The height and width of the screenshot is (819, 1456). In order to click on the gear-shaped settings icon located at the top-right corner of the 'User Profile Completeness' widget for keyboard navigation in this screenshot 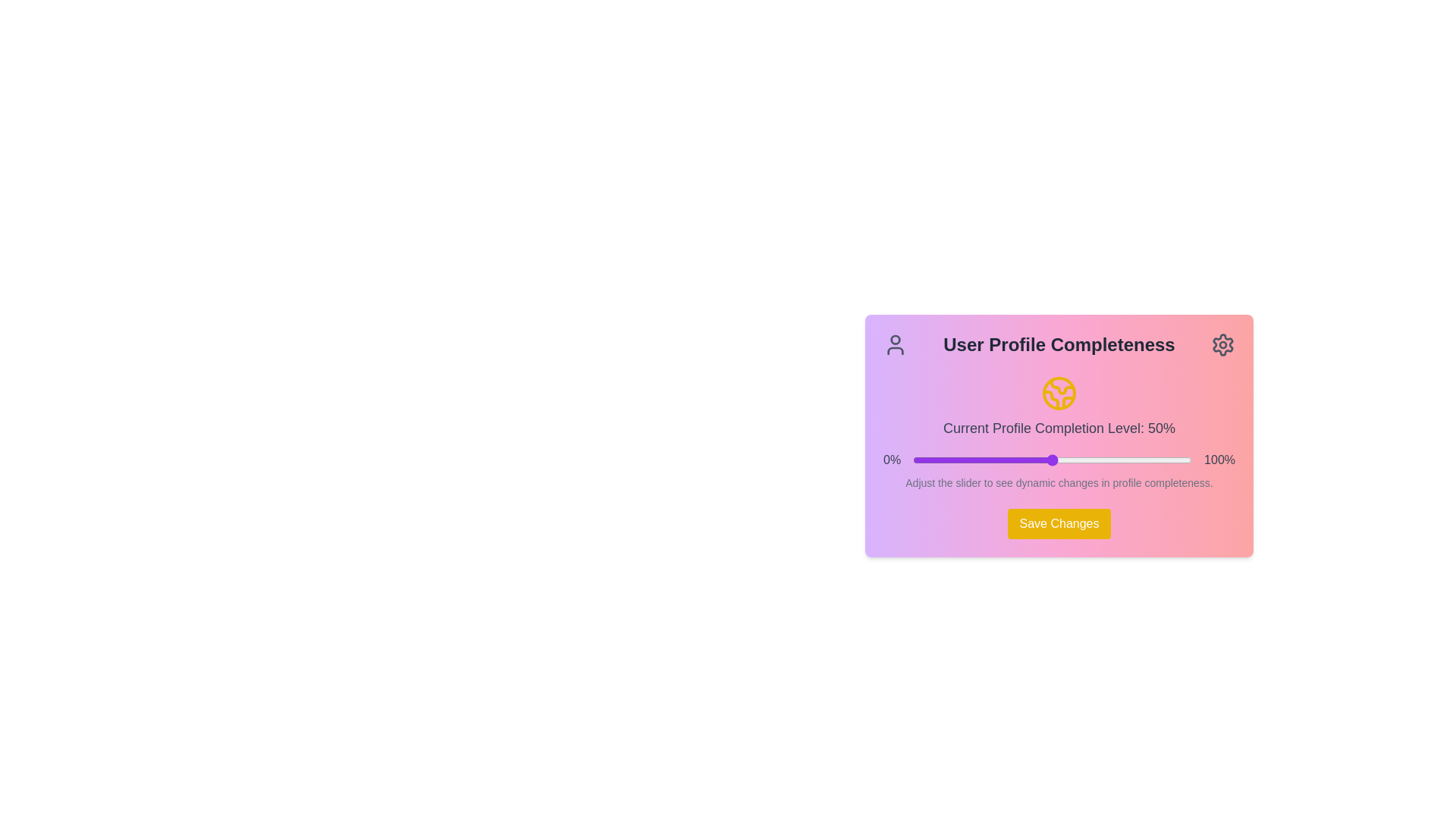, I will do `click(1222, 345)`.